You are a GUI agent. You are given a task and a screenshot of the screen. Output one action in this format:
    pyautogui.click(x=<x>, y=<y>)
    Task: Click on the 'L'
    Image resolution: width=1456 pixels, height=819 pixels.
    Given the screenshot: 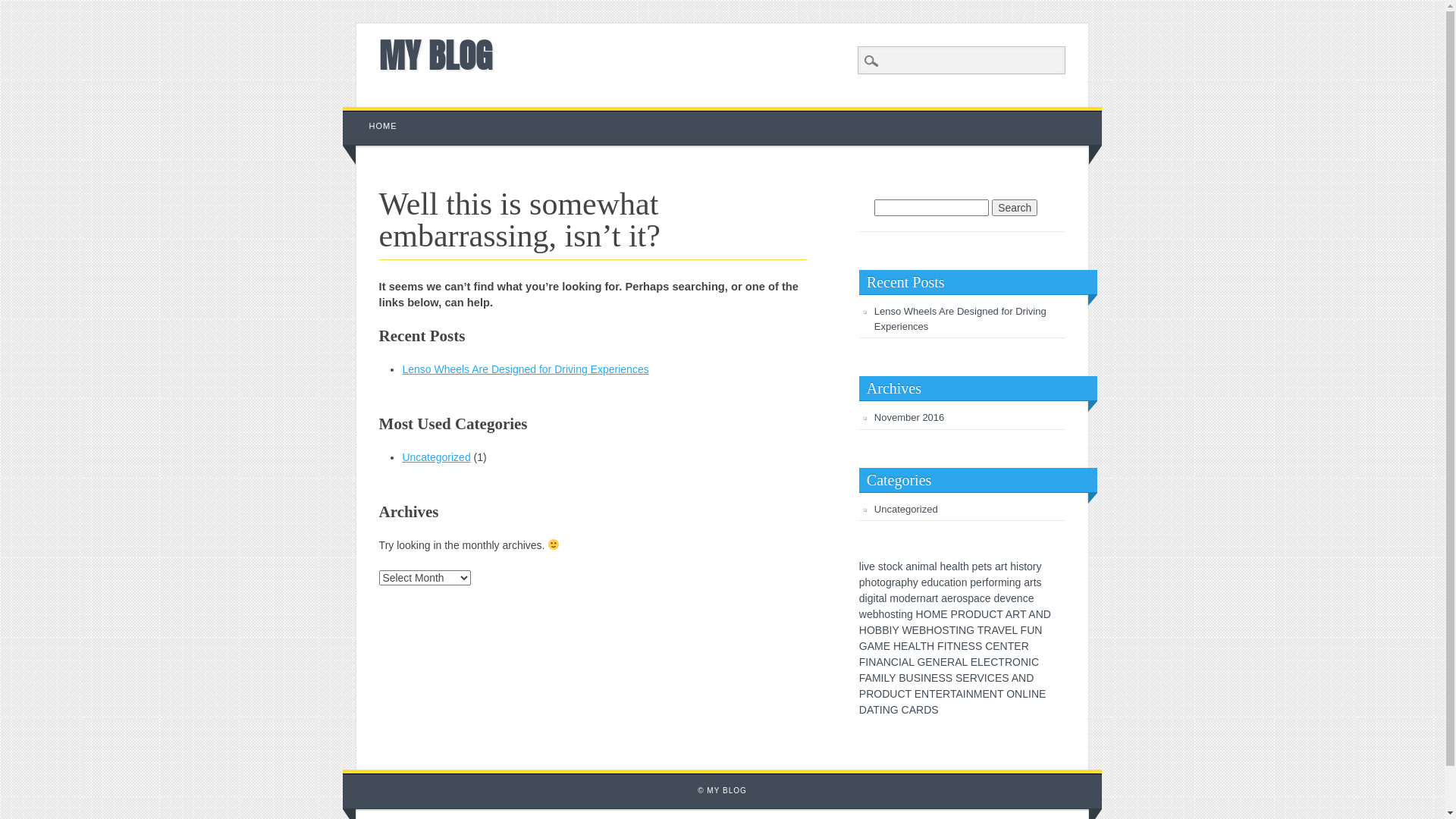 What is the action you would take?
    pyautogui.click(x=980, y=661)
    